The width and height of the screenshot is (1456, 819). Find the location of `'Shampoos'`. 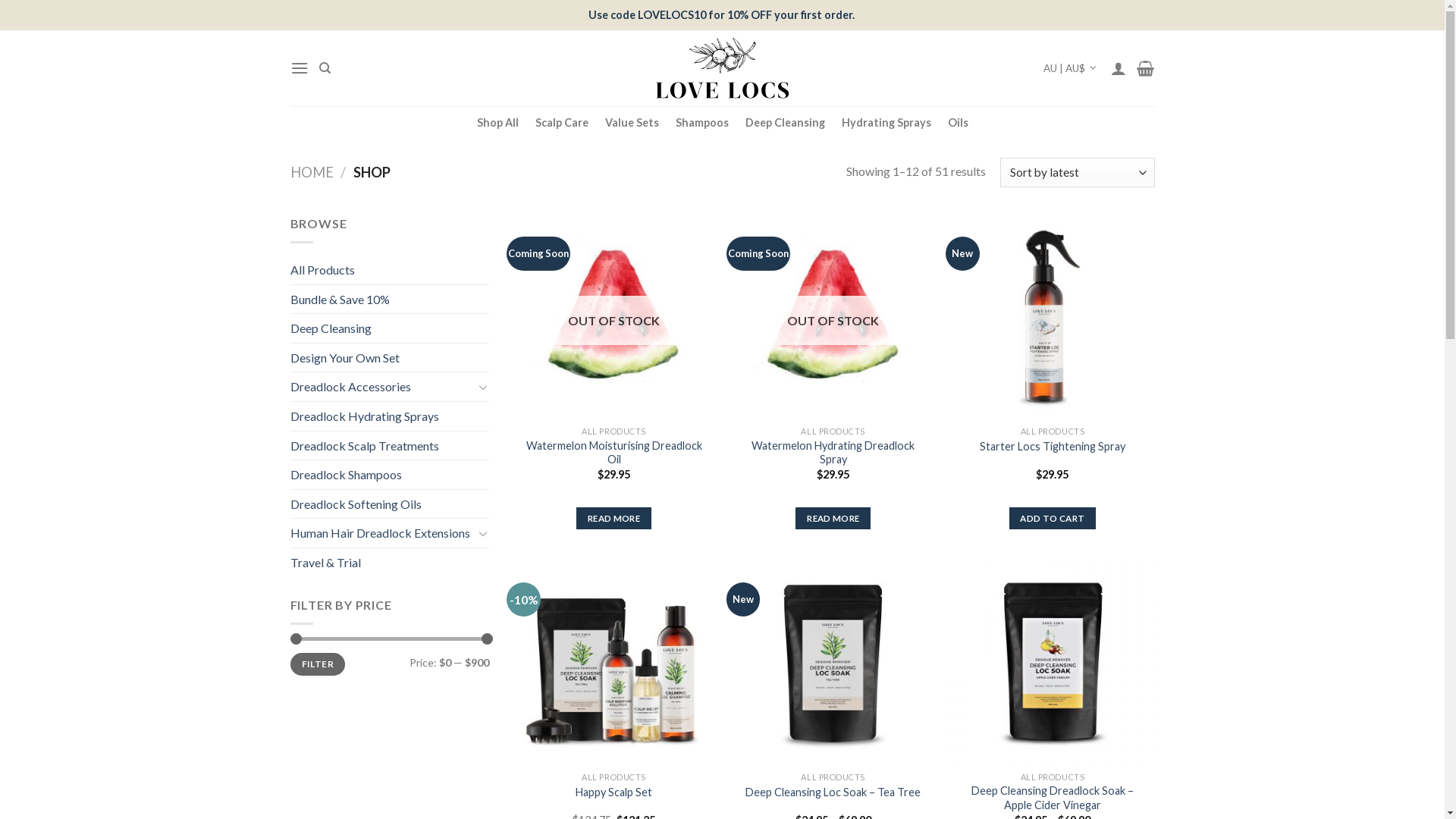

'Shampoos' is located at coordinates (701, 121).